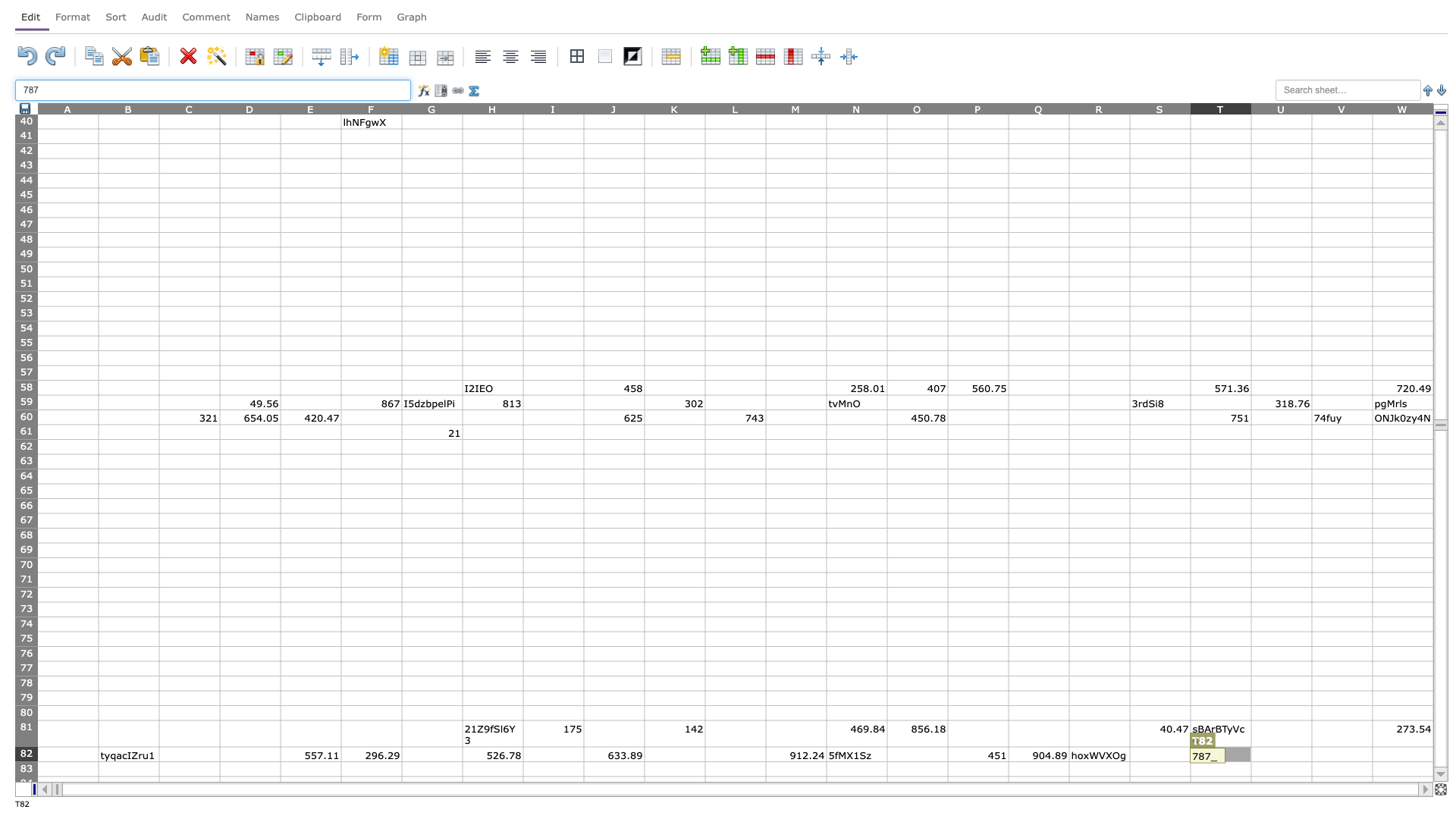 The image size is (1456, 819). Describe the element at coordinates (1310, 754) in the screenshot. I see `Right edge of U-82` at that location.